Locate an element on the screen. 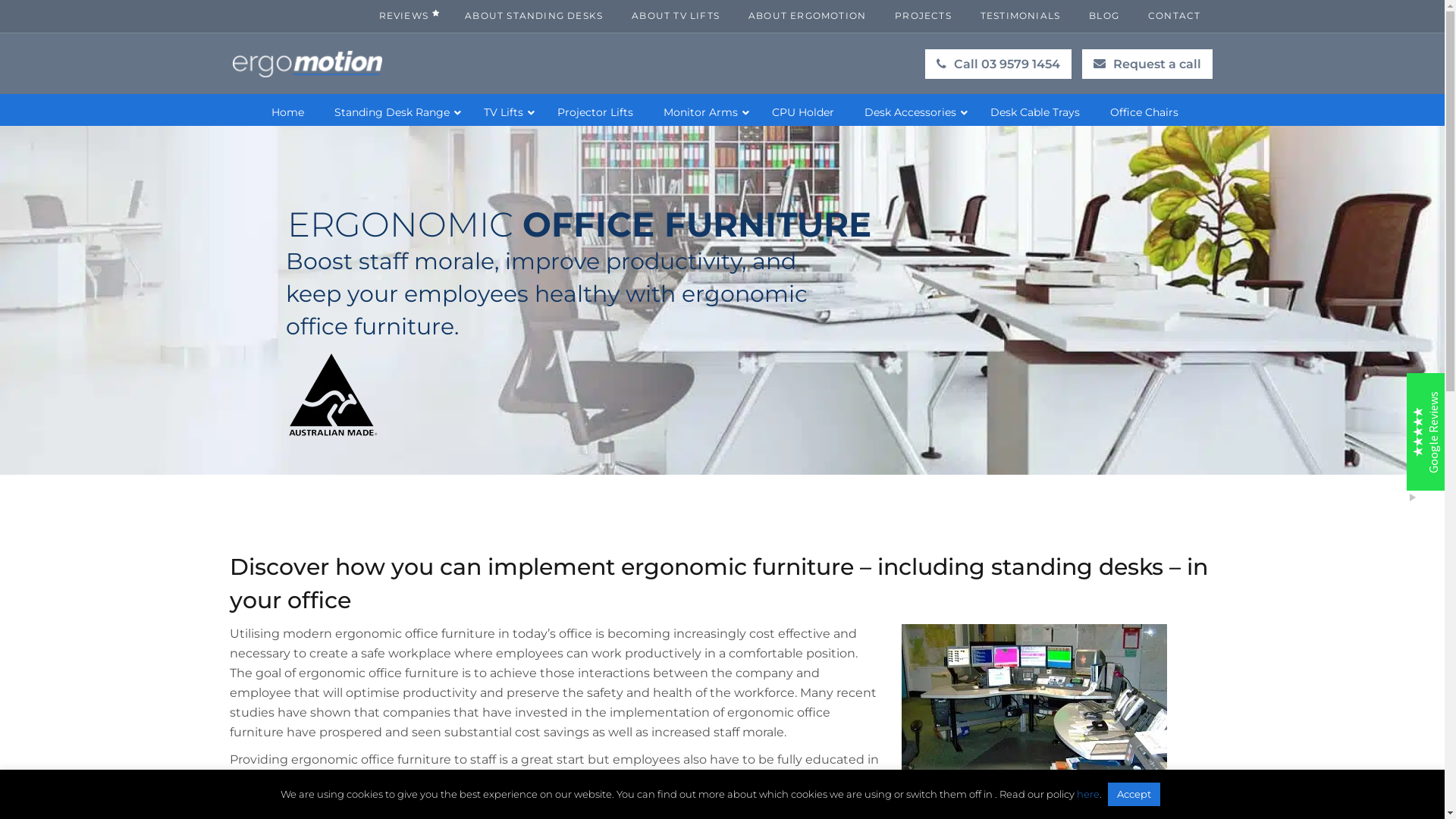 The height and width of the screenshot is (819, 1456). 'Desk Cable Trays' is located at coordinates (1034, 111).